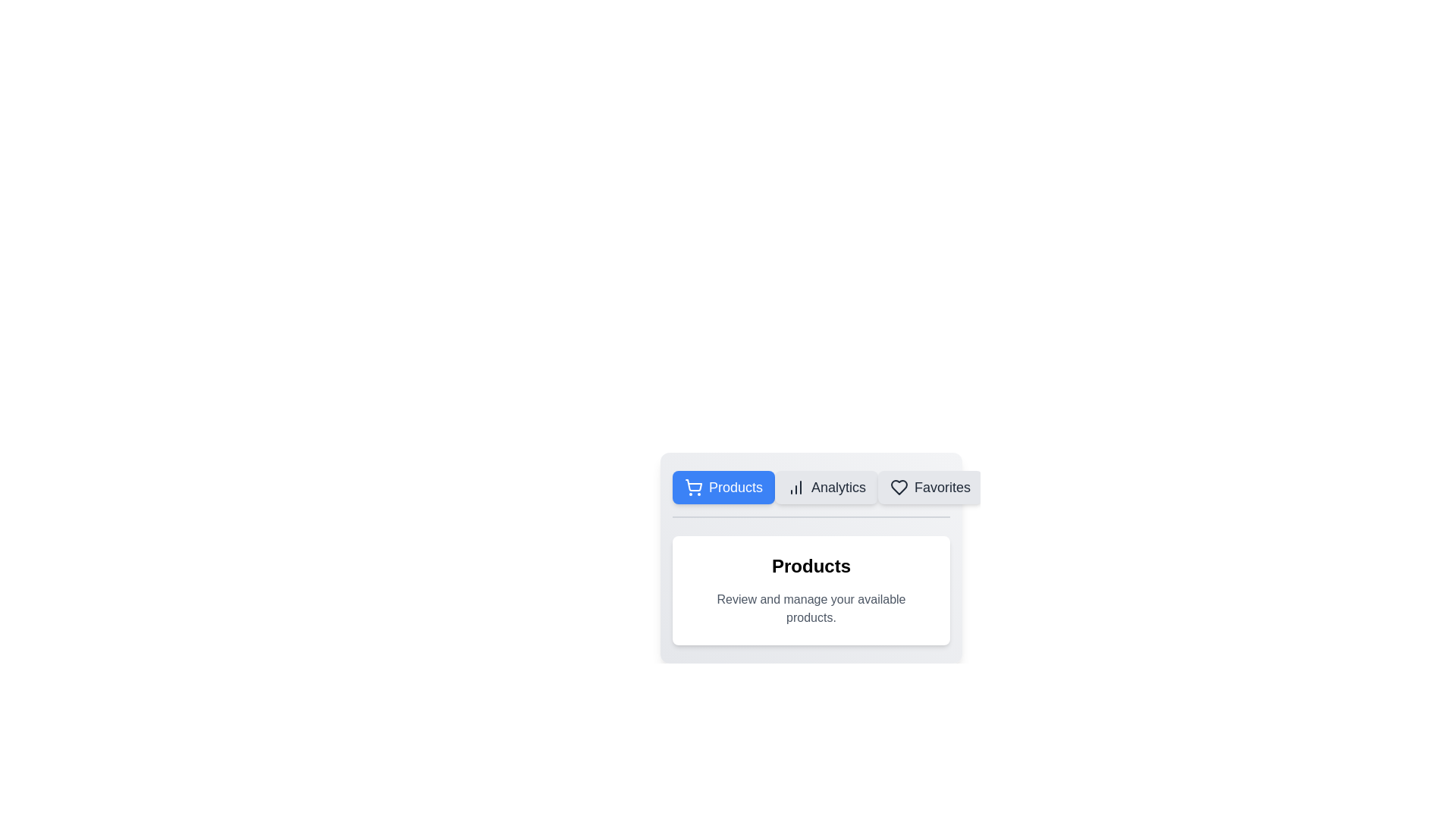  I want to click on the heart-shaped icon with a hollow design located within the 'Favorites' button in the navigation bar, so click(899, 488).